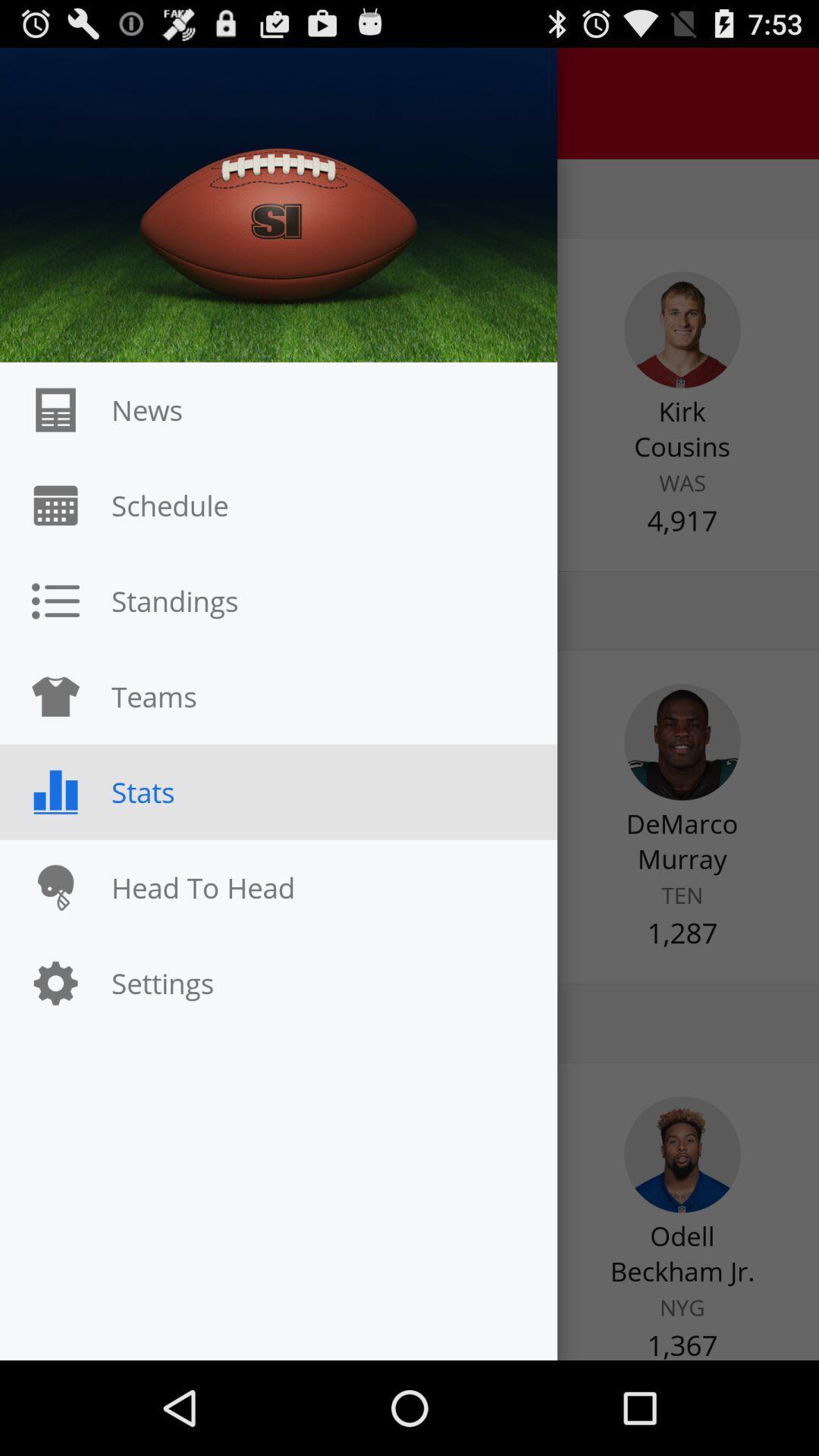  What do you see at coordinates (681, 1235) in the screenshot?
I see `the avatar icon` at bounding box center [681, 1235].